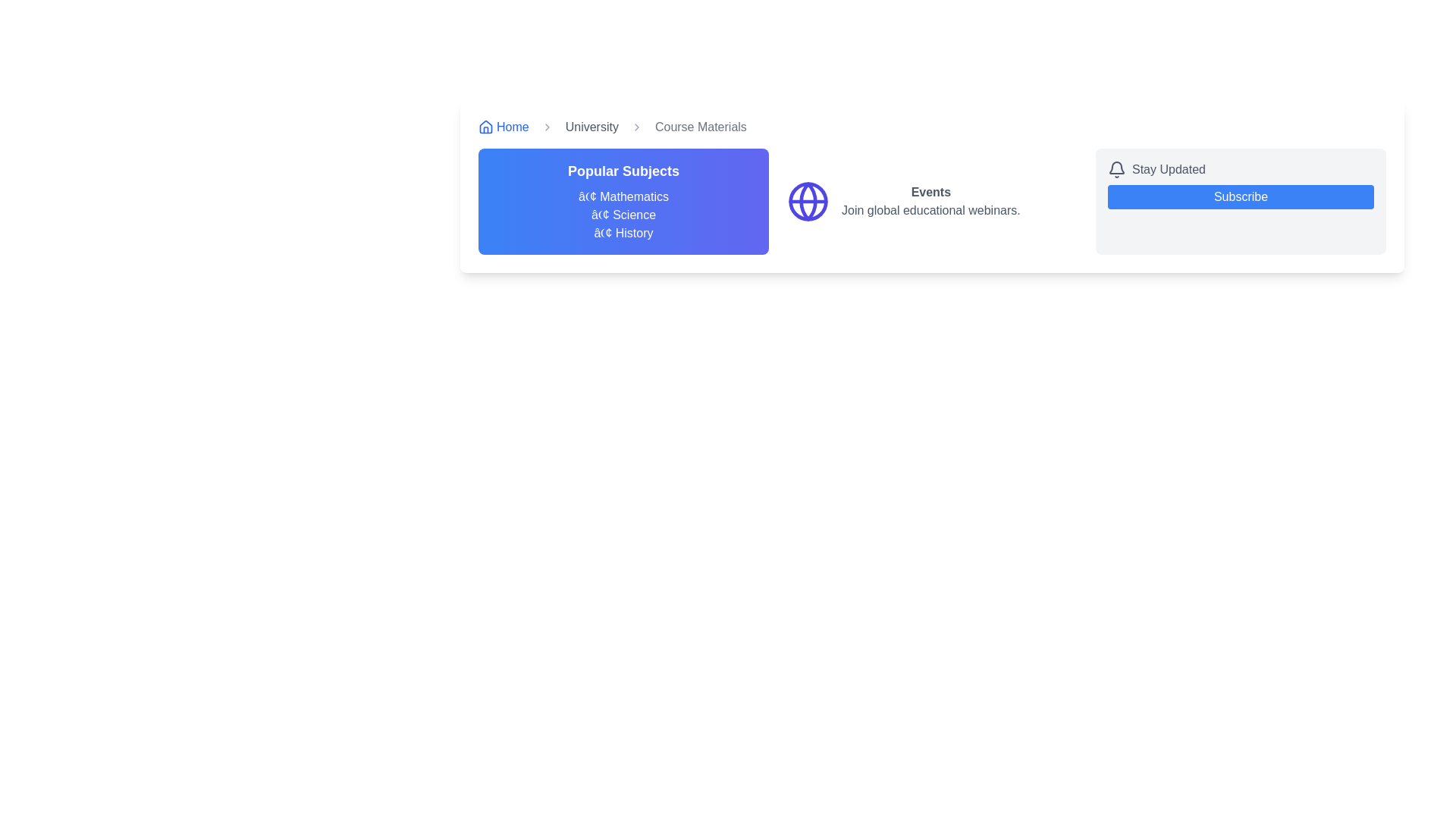  What do you see at coordinates (504, 127) in the screenshot?
I see `the 'Home' link which is represented by blue text and an adjacent house icon in the top-left corner of the navigation bar` at bounding box center [504, 127].